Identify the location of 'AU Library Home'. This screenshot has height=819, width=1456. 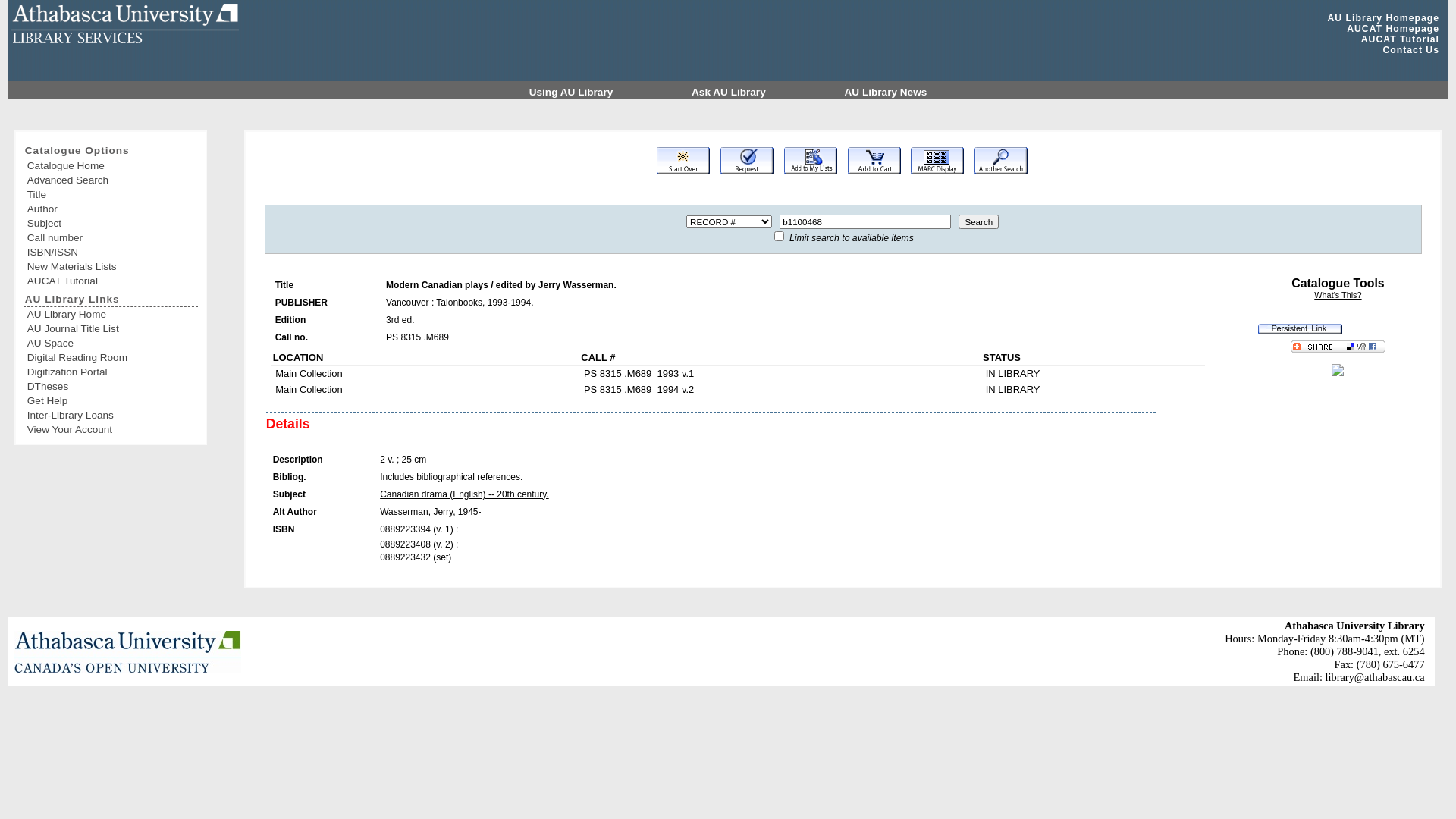
(111, 313).